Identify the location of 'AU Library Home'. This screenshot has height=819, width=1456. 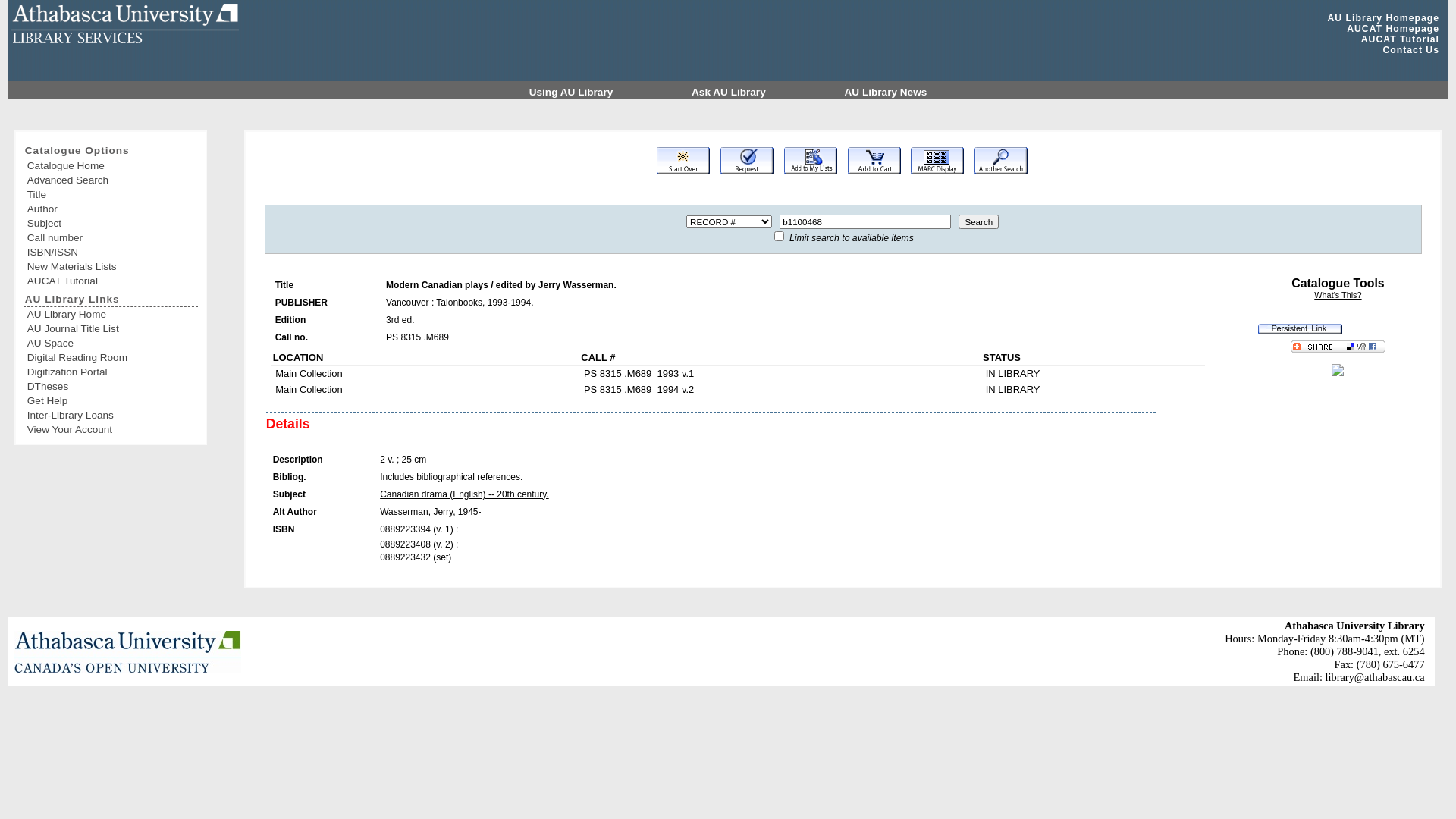
(111, 313).